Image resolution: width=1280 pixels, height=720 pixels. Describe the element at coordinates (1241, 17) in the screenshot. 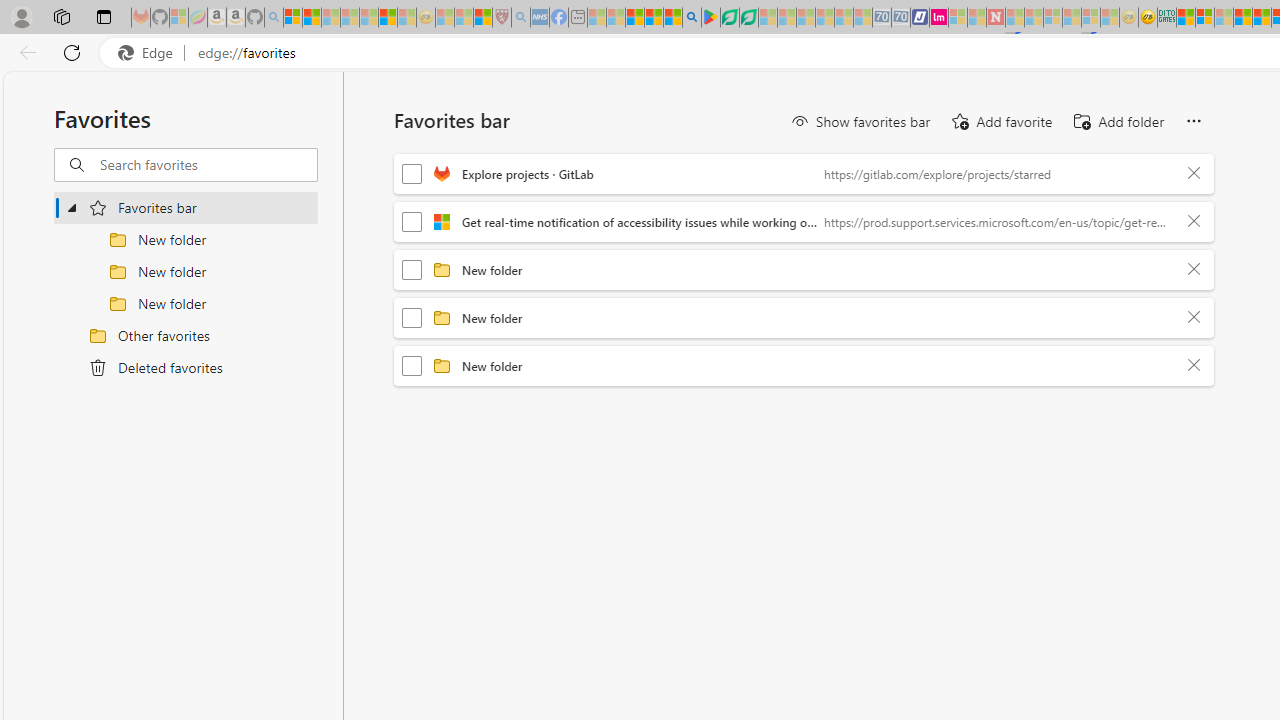

I see `'Expert Portfolios'` at that location.